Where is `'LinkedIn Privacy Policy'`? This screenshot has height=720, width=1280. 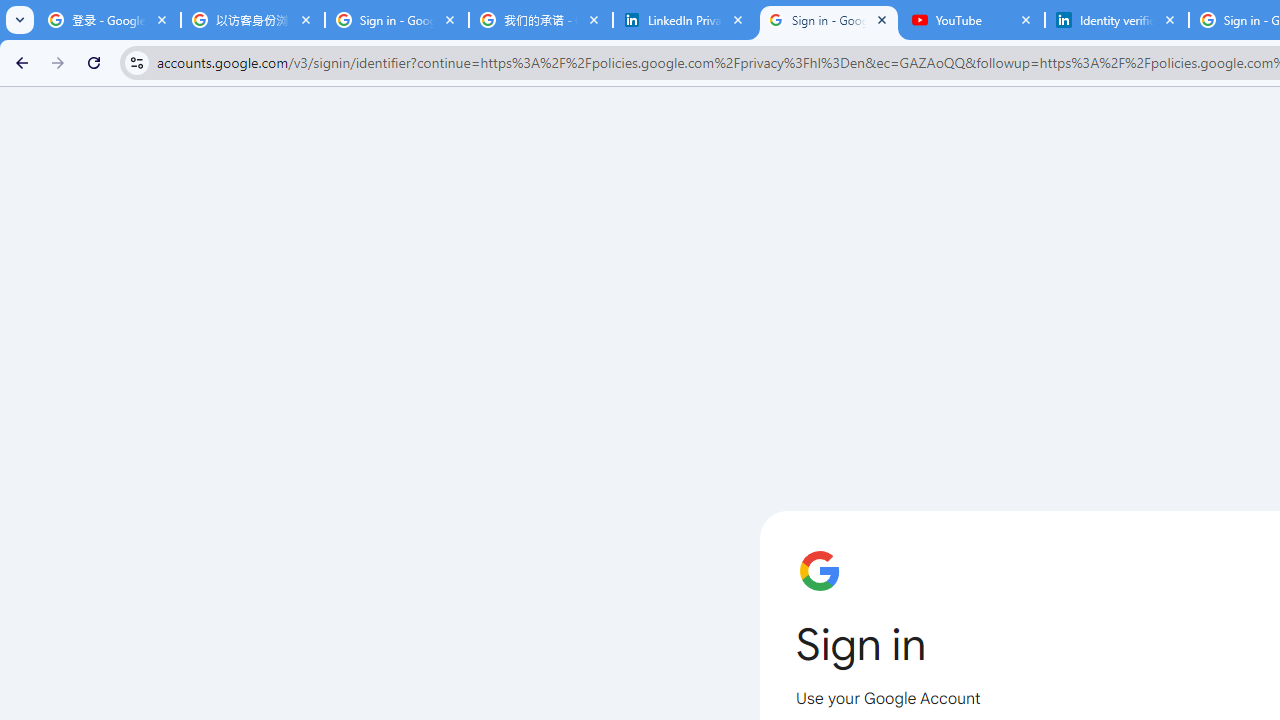 'LinkedIn Privacy Policy' is located at coordinates (684, 20).